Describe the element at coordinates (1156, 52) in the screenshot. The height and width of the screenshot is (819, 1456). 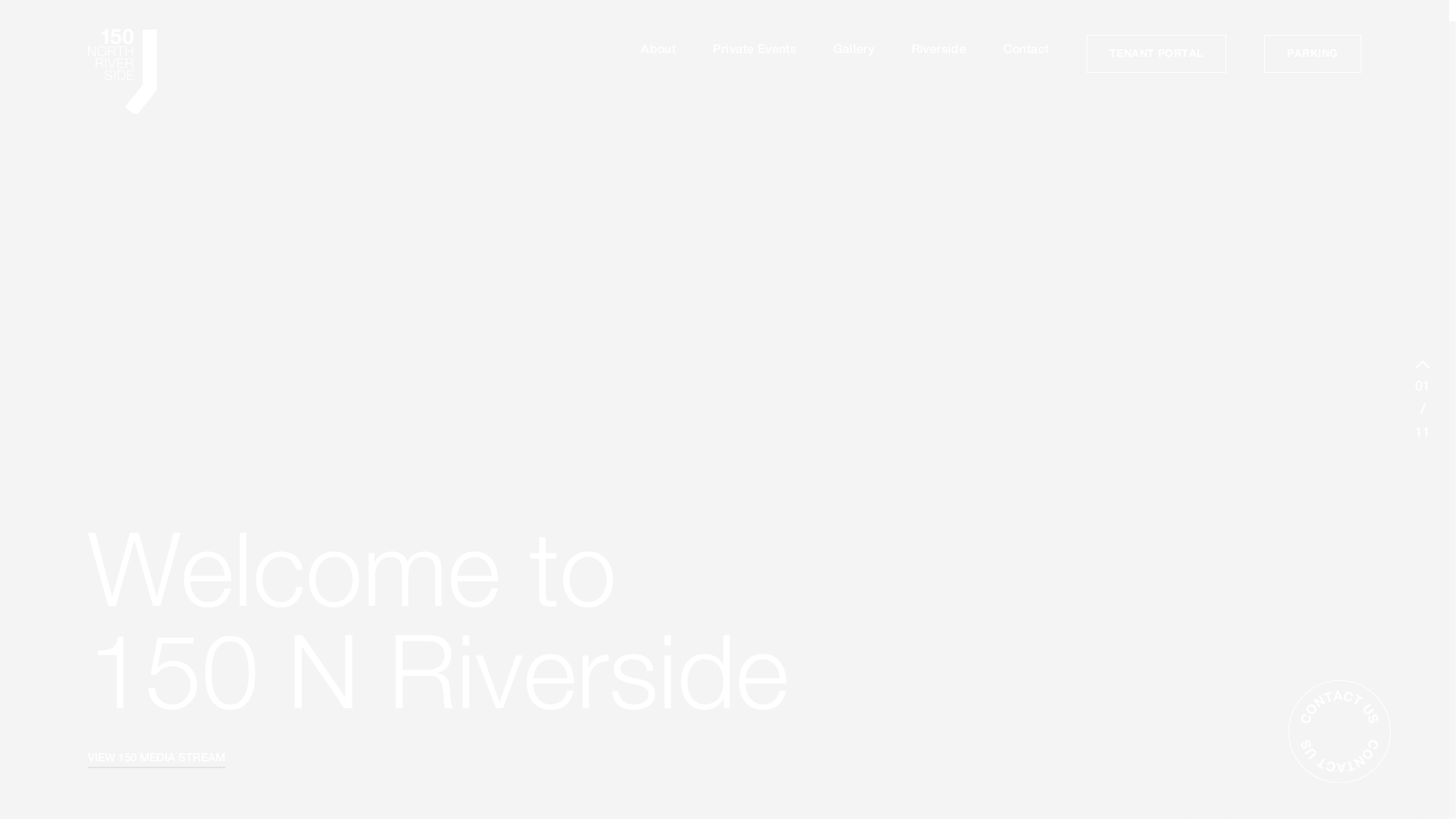
I see `'TENANT PORTAL'` at that location.